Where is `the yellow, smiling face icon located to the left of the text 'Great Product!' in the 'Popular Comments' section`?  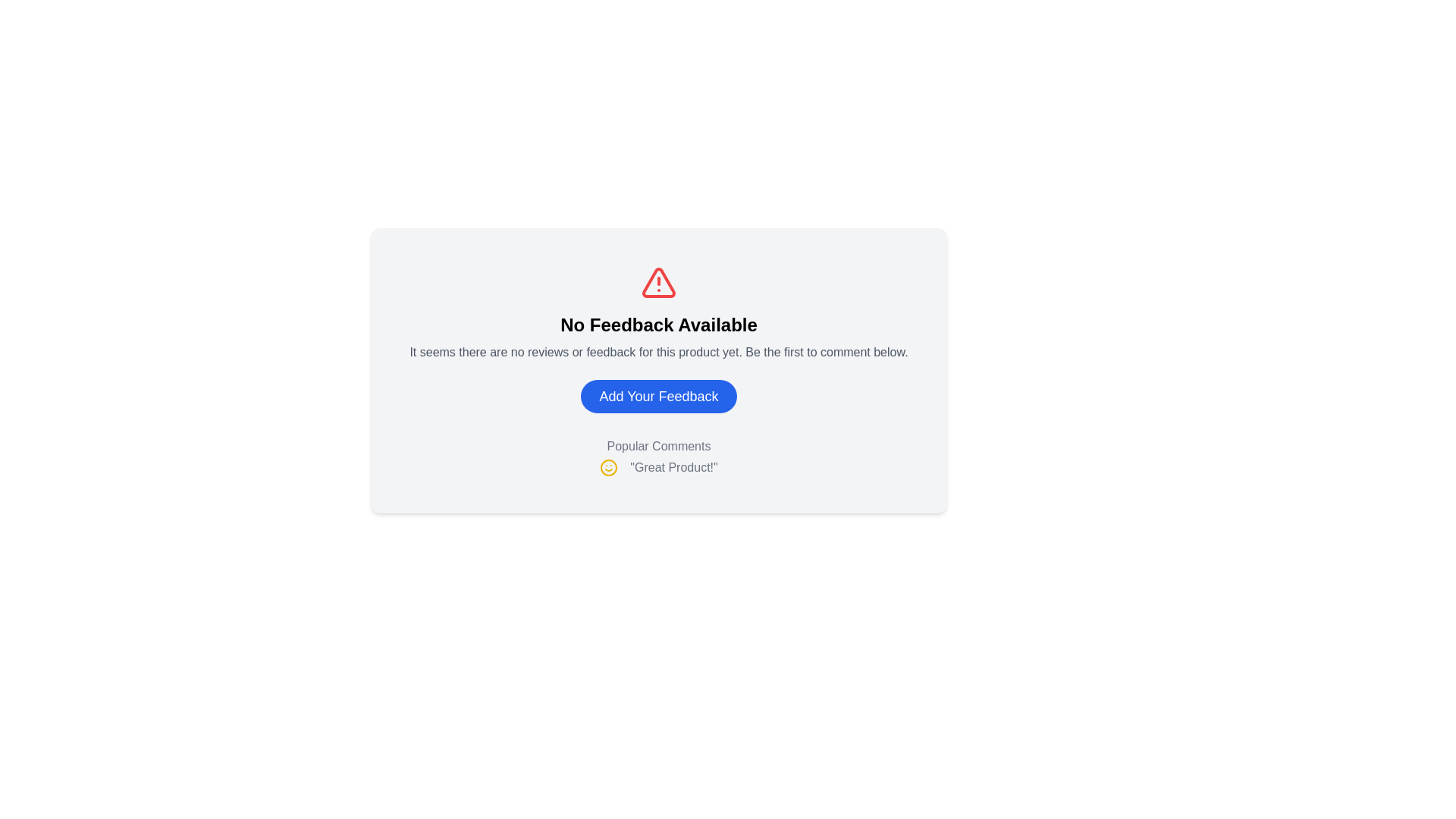 the yellow, smiling face icon located to the left of the text 'Great Product!' in the 'Popular Comments' section is located at coordinates (609, 467).